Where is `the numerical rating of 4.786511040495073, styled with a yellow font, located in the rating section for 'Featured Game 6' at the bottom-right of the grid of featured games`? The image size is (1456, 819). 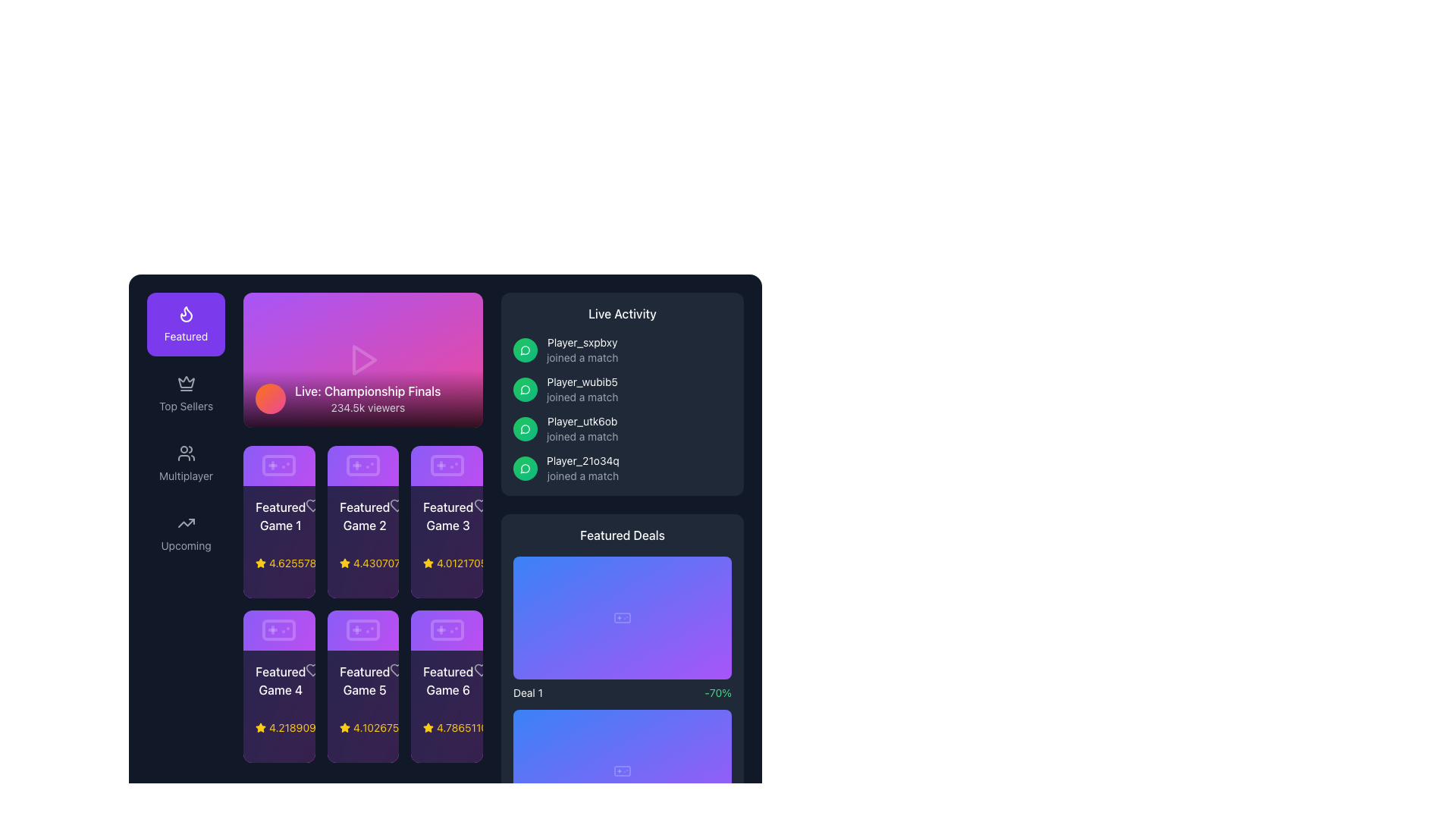 the numerical rating of 4.786511040495073, styled with a yellow font, located in the rating section for 'Featured Game 6' at the bottom-right of the grid of featured games is located at coordinates (488, 727).